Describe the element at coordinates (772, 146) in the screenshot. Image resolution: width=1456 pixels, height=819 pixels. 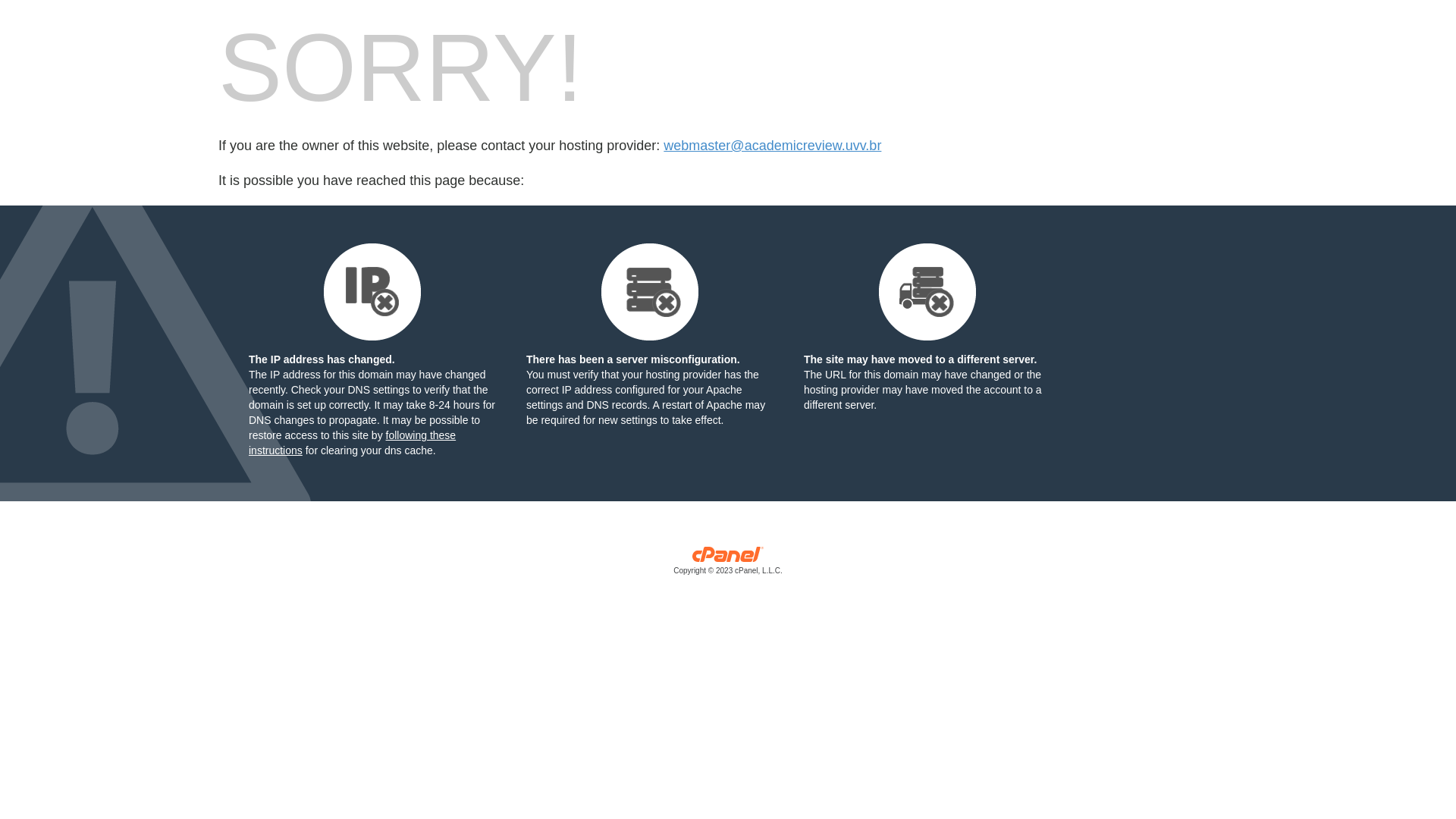
I see `'webmaster@academicreview.uvv.br'` at that location.